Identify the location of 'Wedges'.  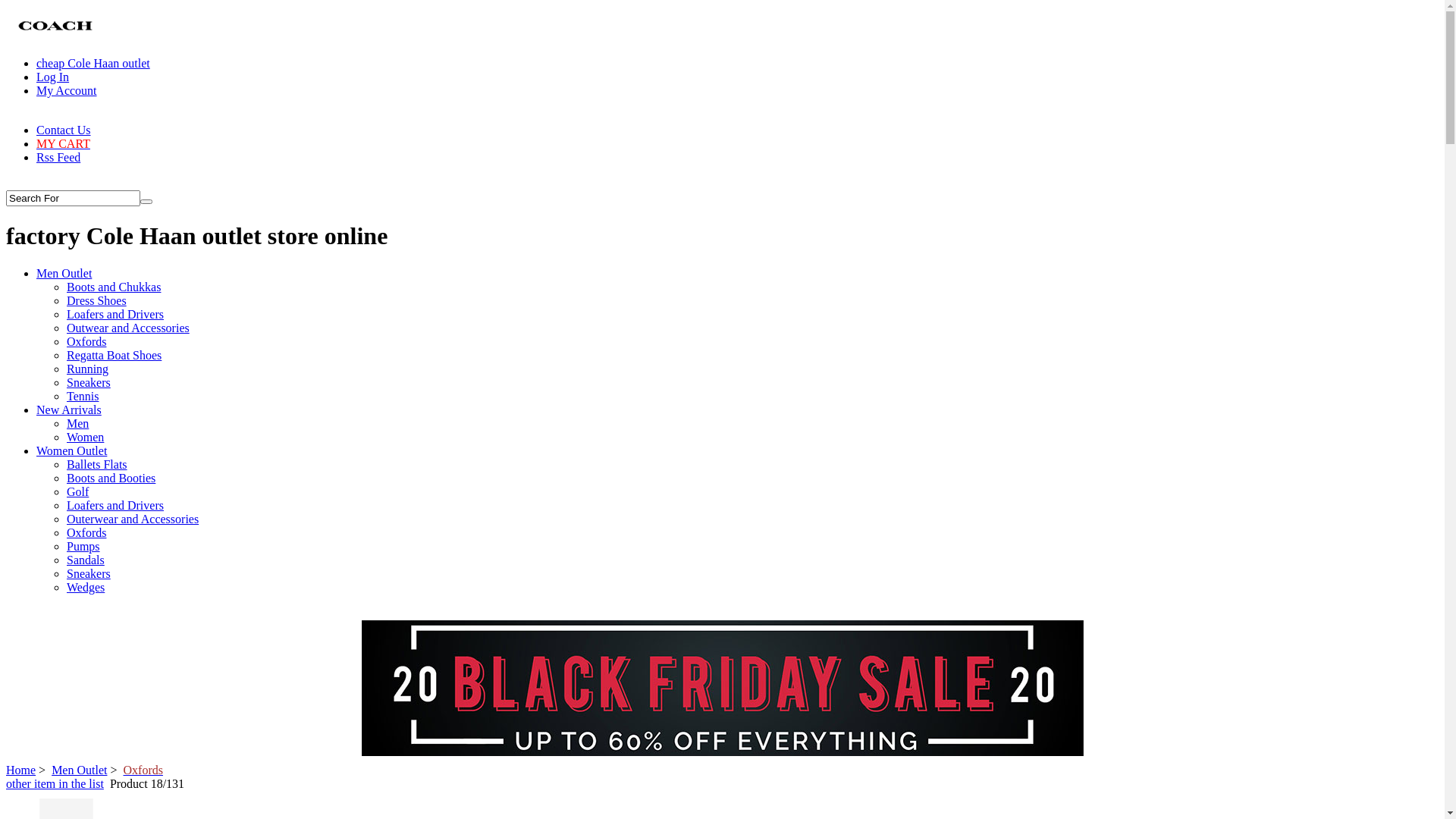
(65, 586).